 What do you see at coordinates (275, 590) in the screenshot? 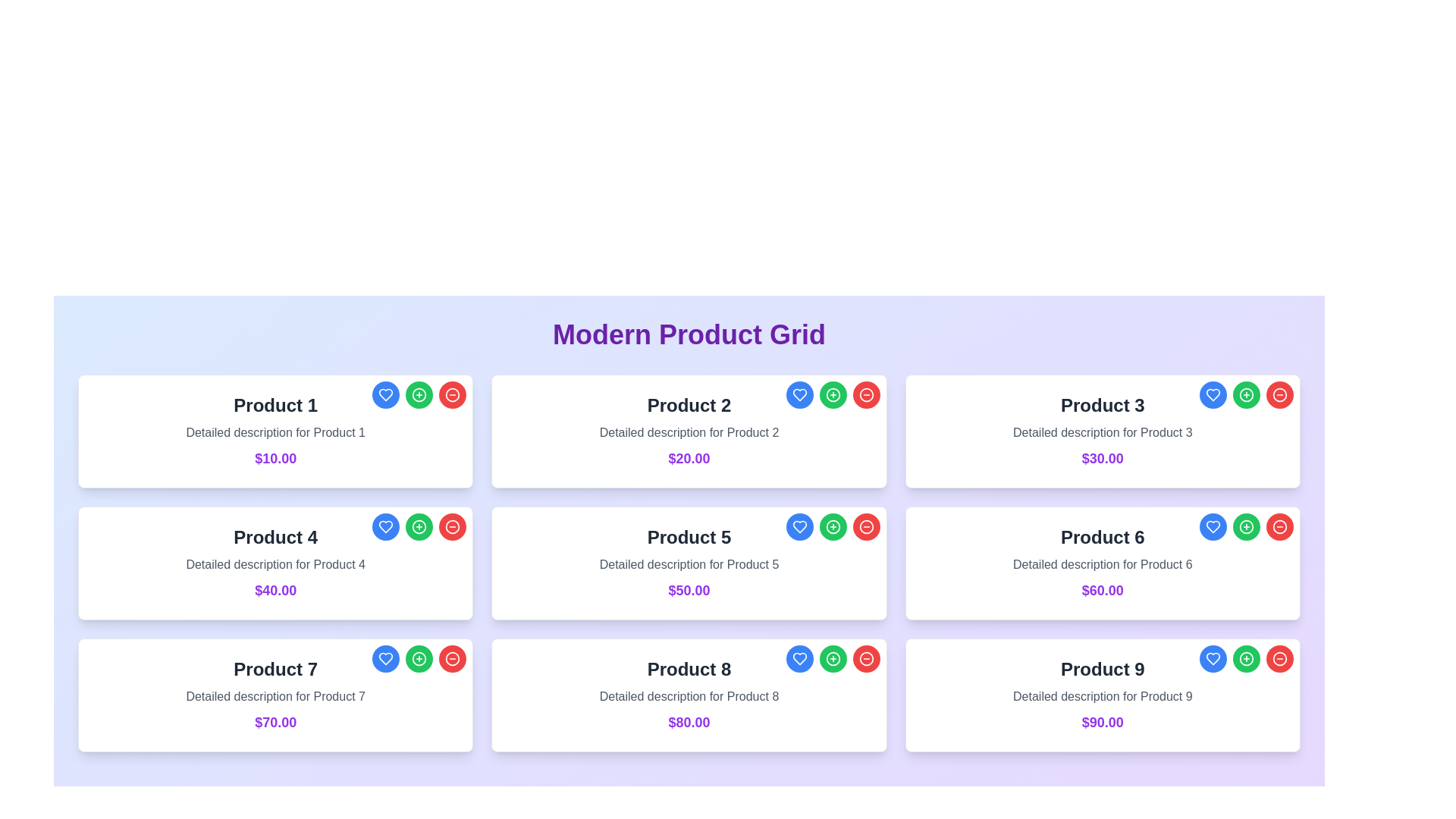
I see `the text label displaying the price of the product in the 'Product 4' card, located below the product's description` at bounding box center [275, 590].